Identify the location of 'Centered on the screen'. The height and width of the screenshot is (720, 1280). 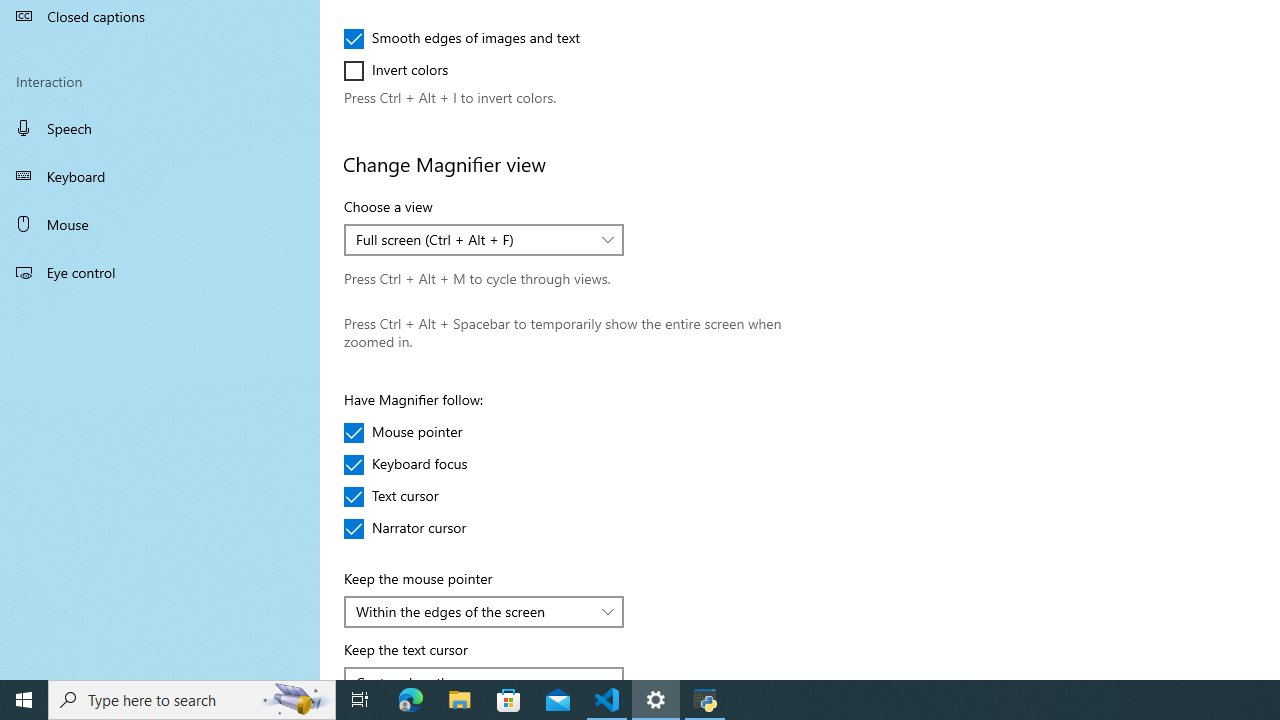
(472, 675).